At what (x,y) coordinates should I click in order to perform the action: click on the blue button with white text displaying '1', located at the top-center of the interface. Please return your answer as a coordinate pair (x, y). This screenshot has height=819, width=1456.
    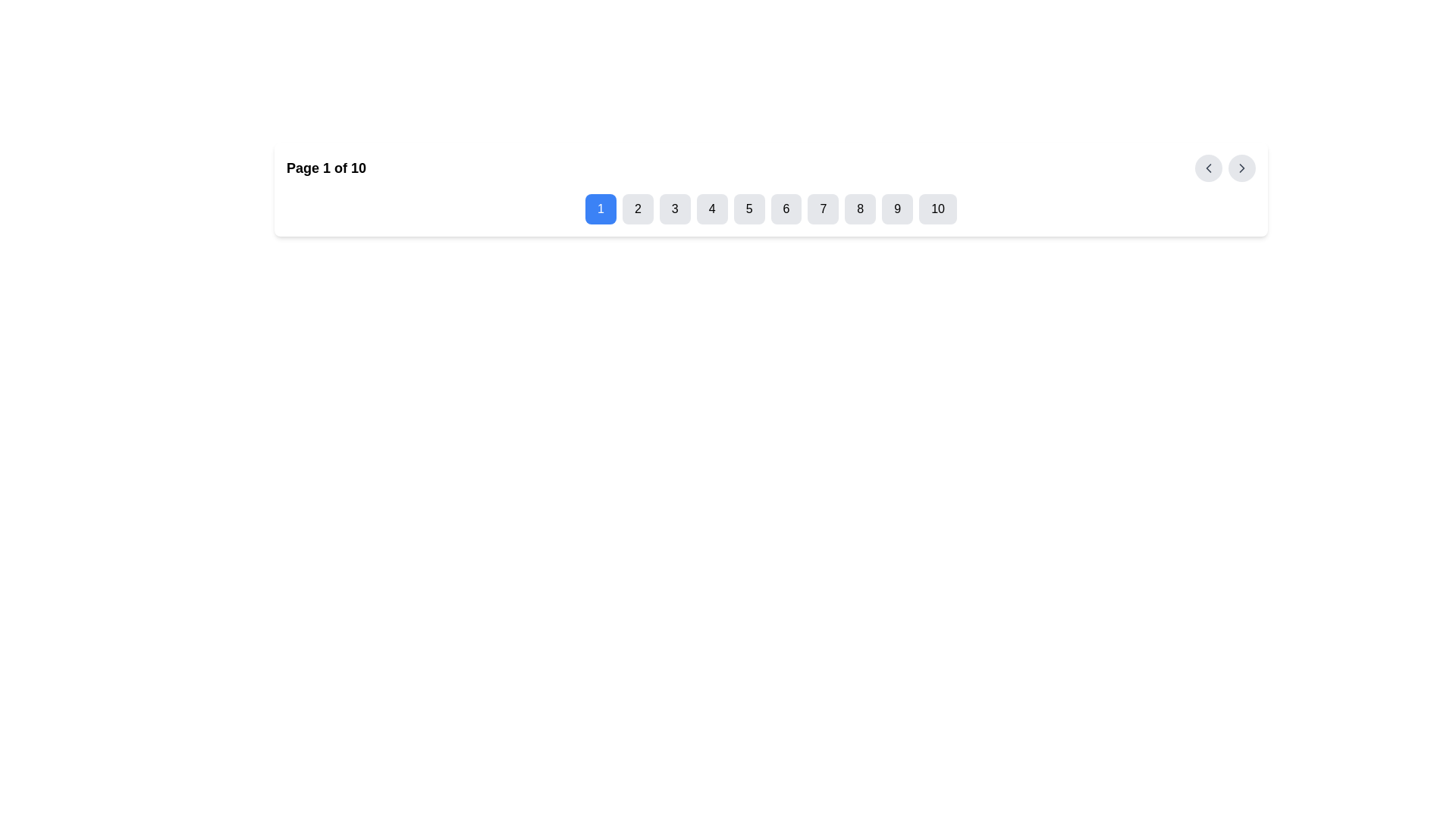
    Looking at the image, I should click on (600, 209).